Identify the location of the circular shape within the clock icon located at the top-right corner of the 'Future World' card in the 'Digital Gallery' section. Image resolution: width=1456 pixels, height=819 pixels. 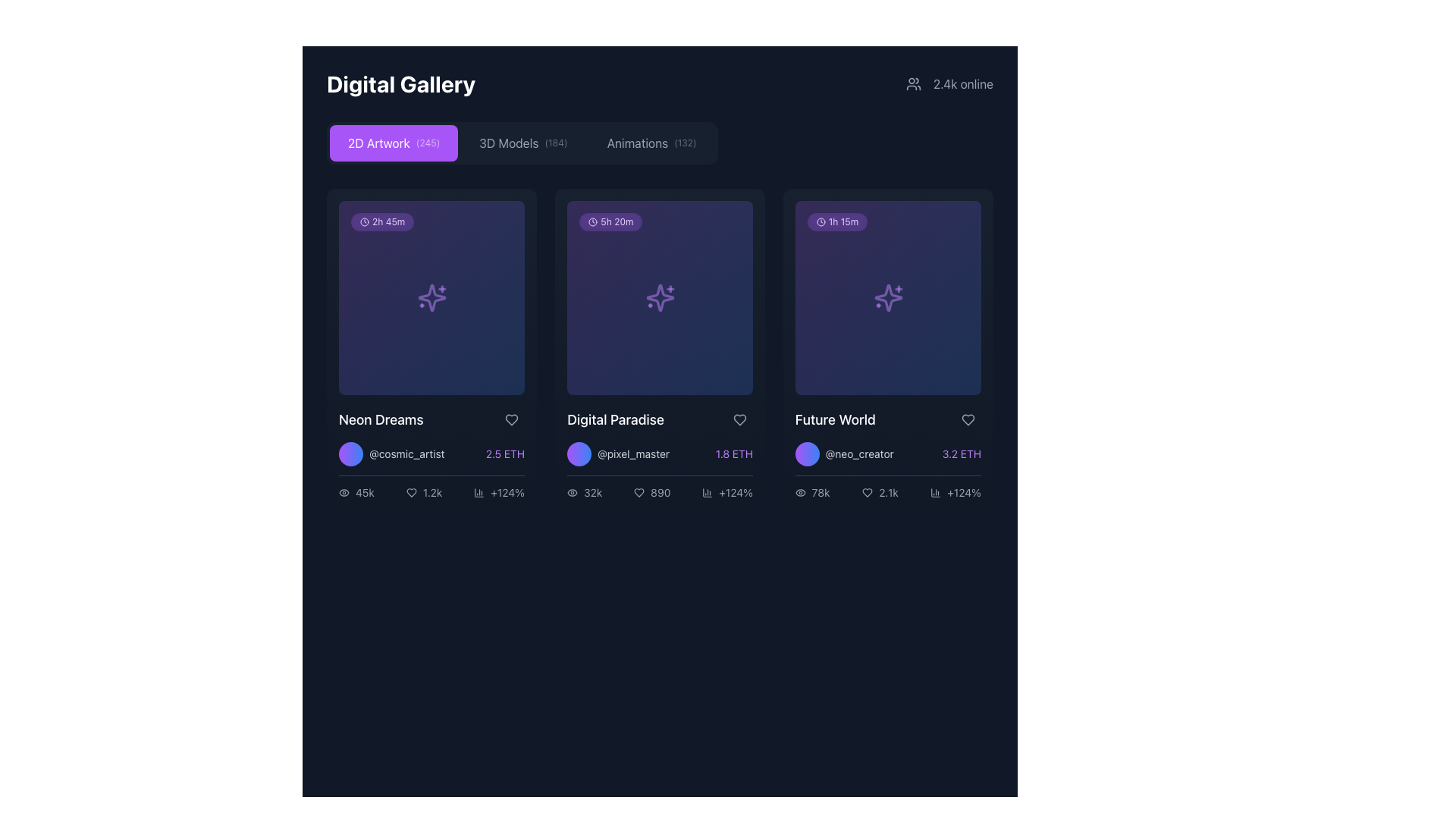
(821, 222).